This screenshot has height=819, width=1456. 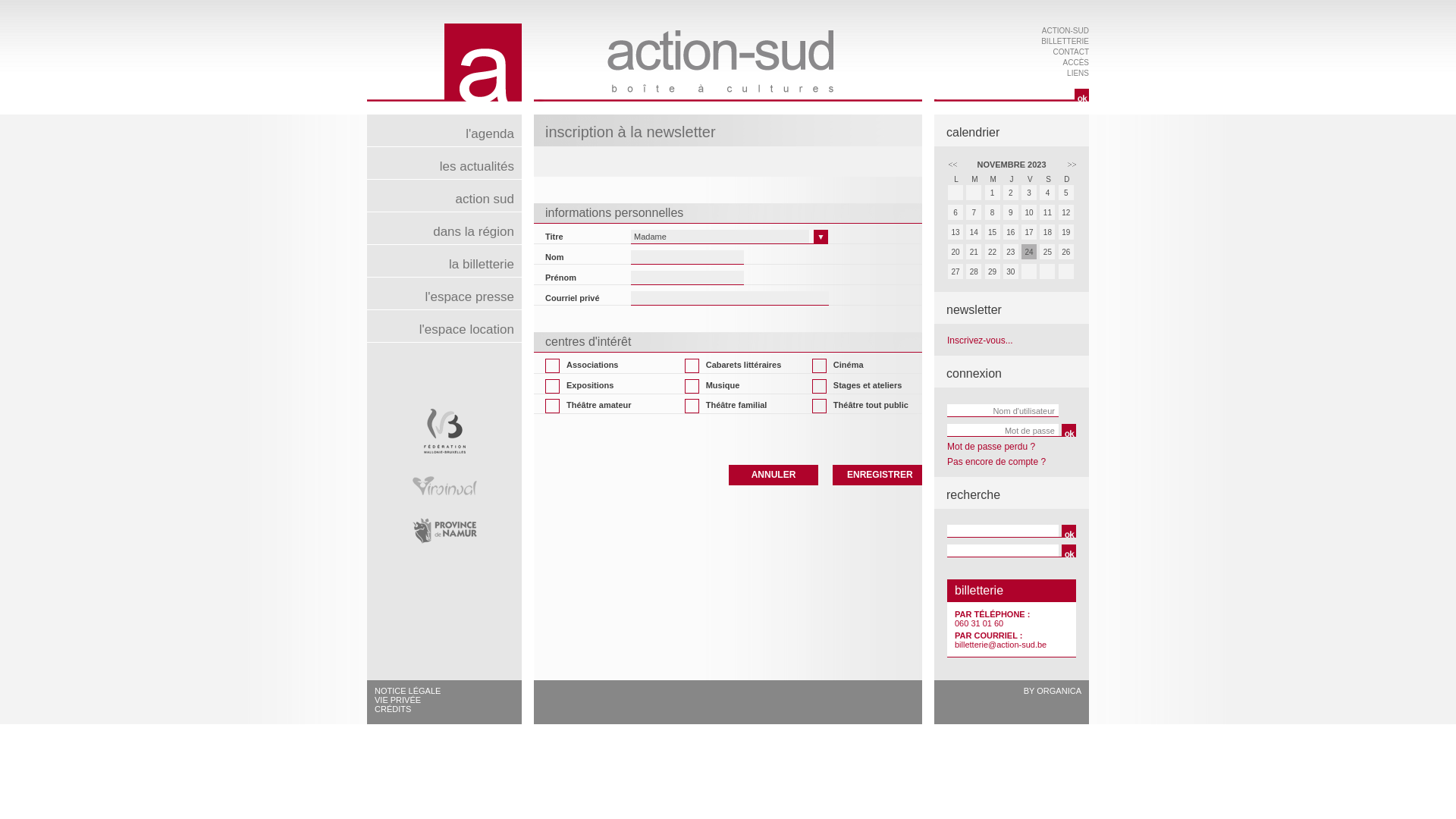 I want to click on '25', so click(x=1047, y=253).